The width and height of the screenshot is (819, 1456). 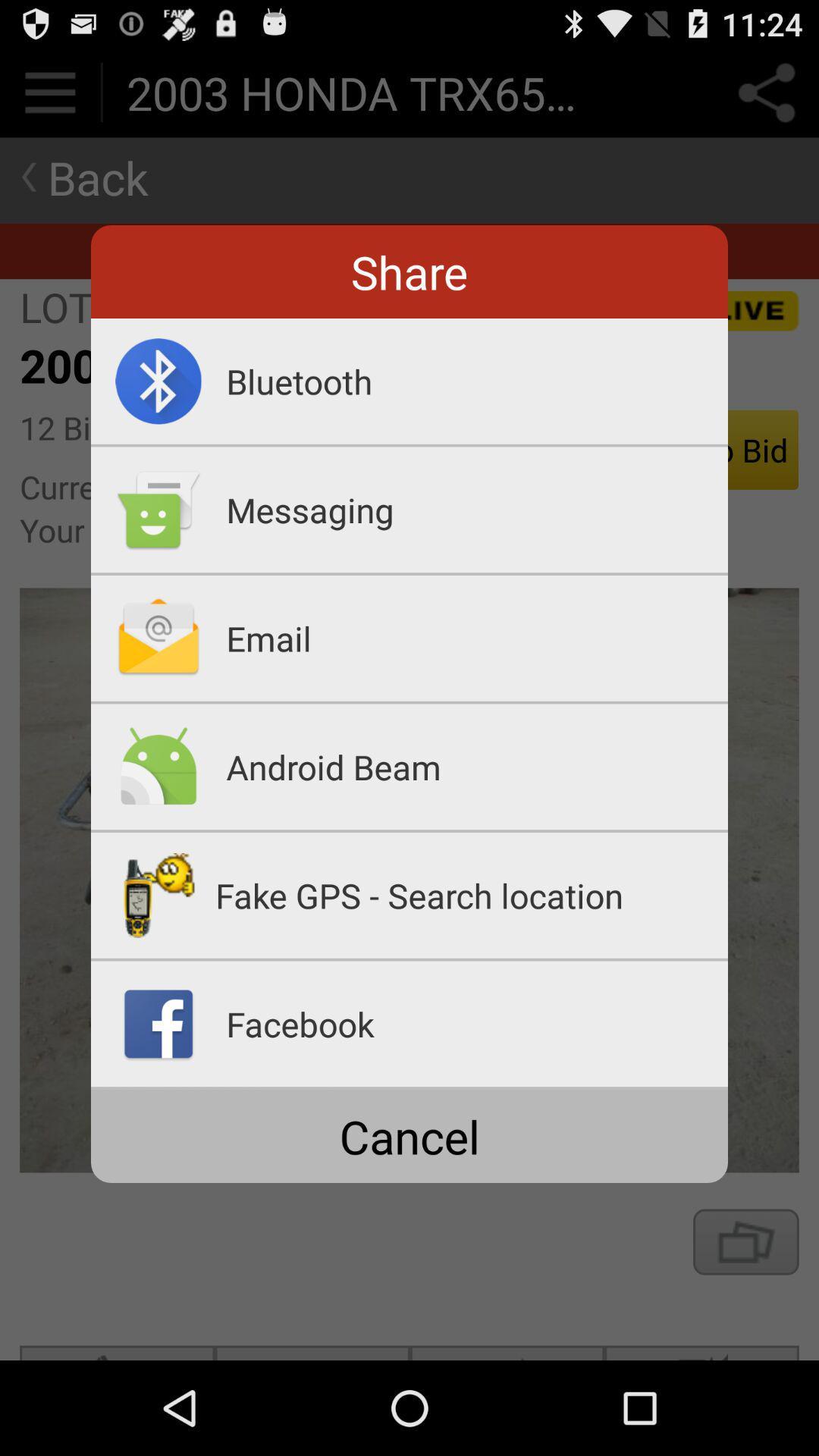 What do you see at coordinates (471, 895) in the screenshot?
I see `the fake gps search` at bounding box center [471, 895].